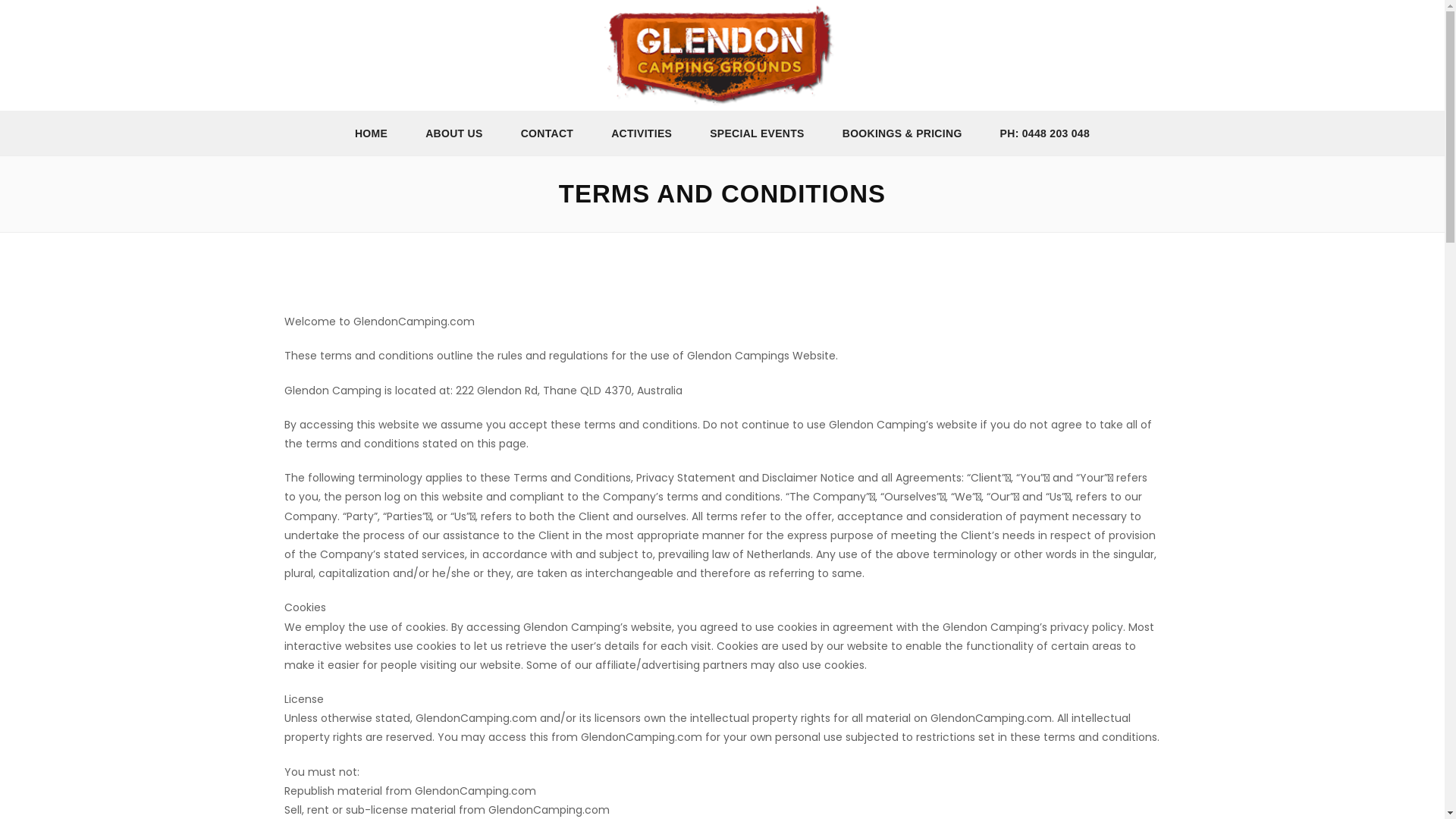  What do you see at coordinates (371, 132) in the screenshot?
I see `'HOME'` at bounding box center [371, 132].